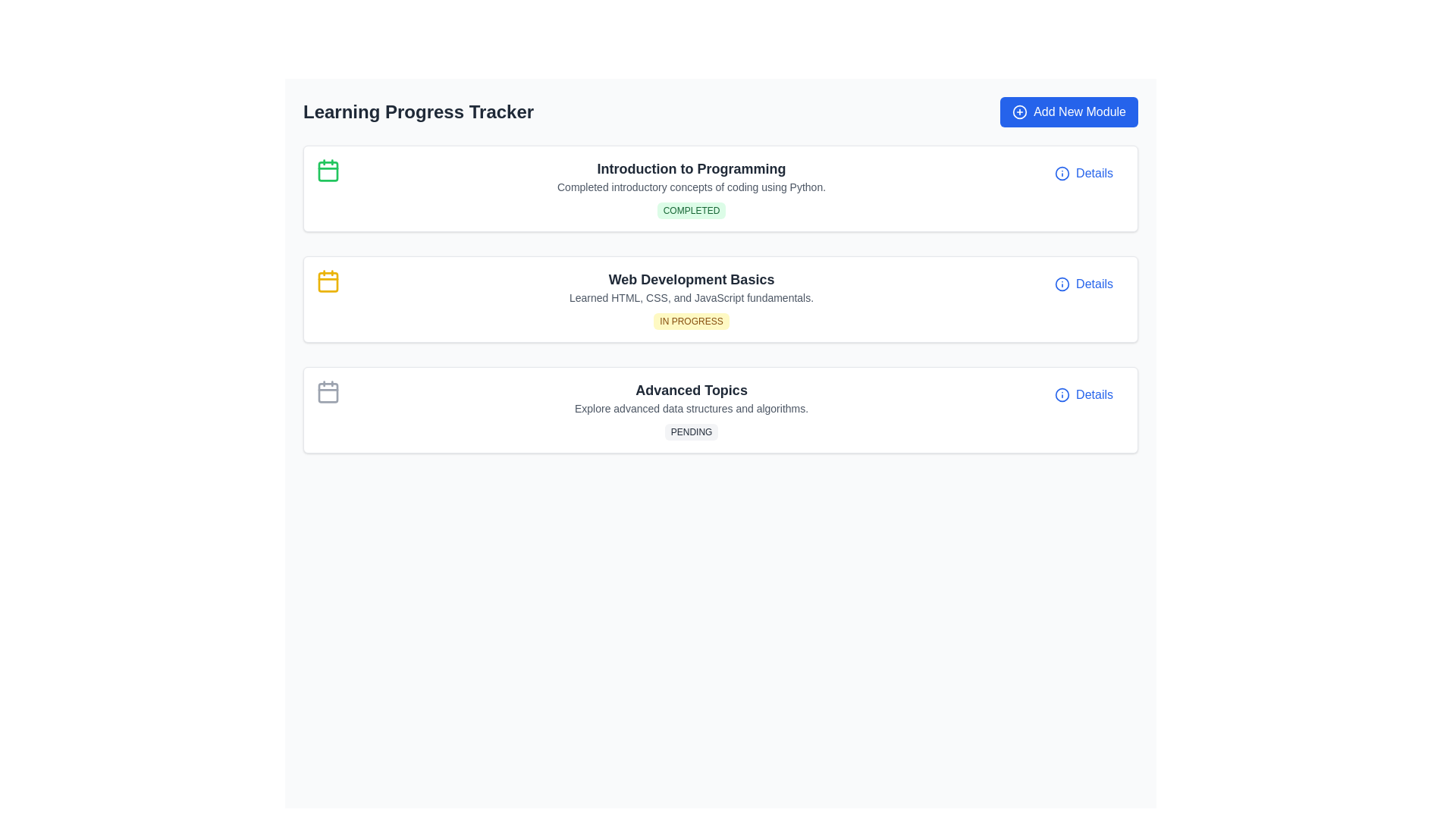  Describe the element at coordinates (1083, 172) in the screenshot. I see `the 'Details' button located on the right side of the 'Introduction to Programming' module block` at that location.